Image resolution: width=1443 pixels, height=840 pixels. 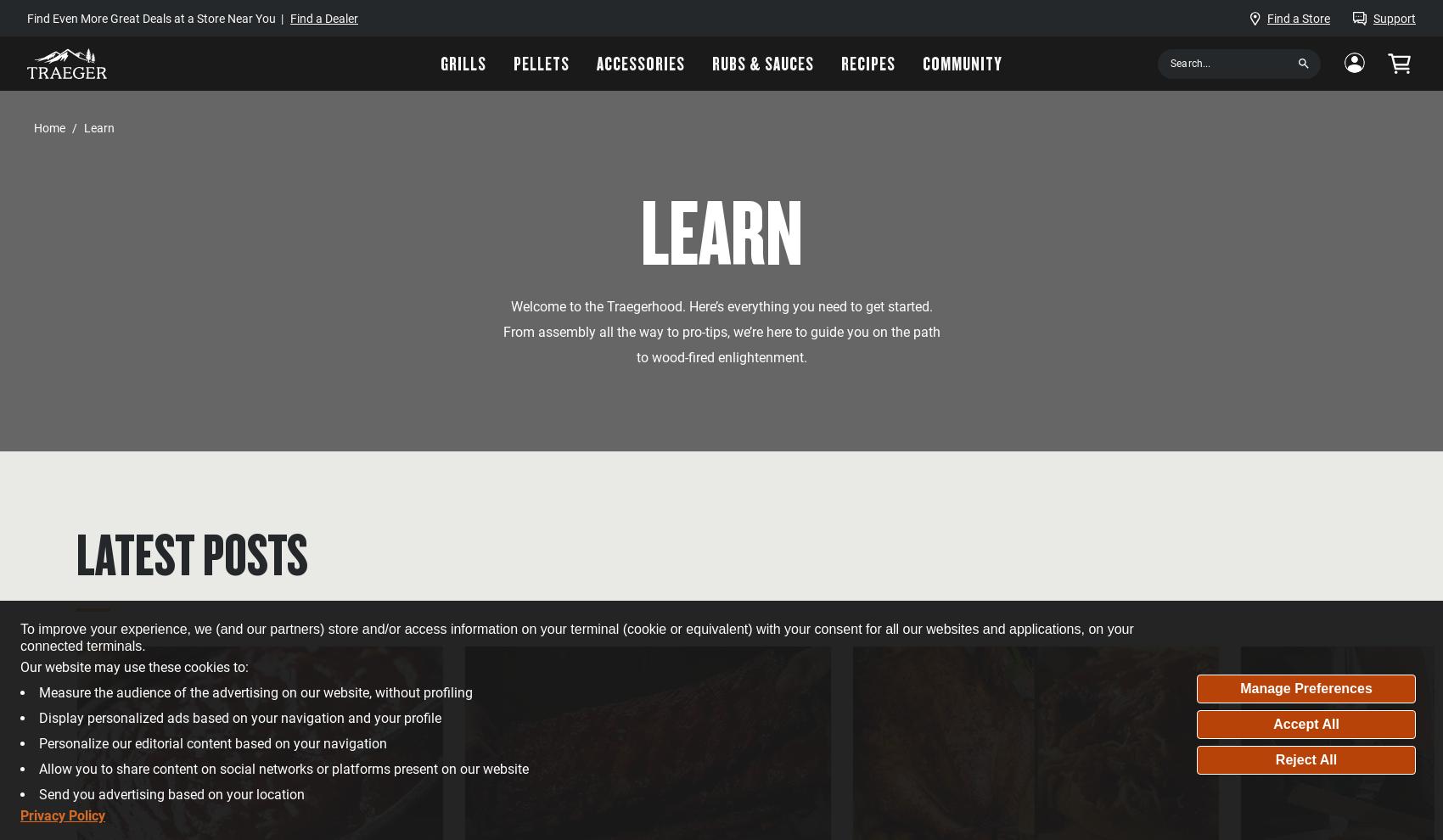 What do you see at coordinates (542, 62) in the screenshot?
I see `'Pellets'` at bounding box center [542, 62].